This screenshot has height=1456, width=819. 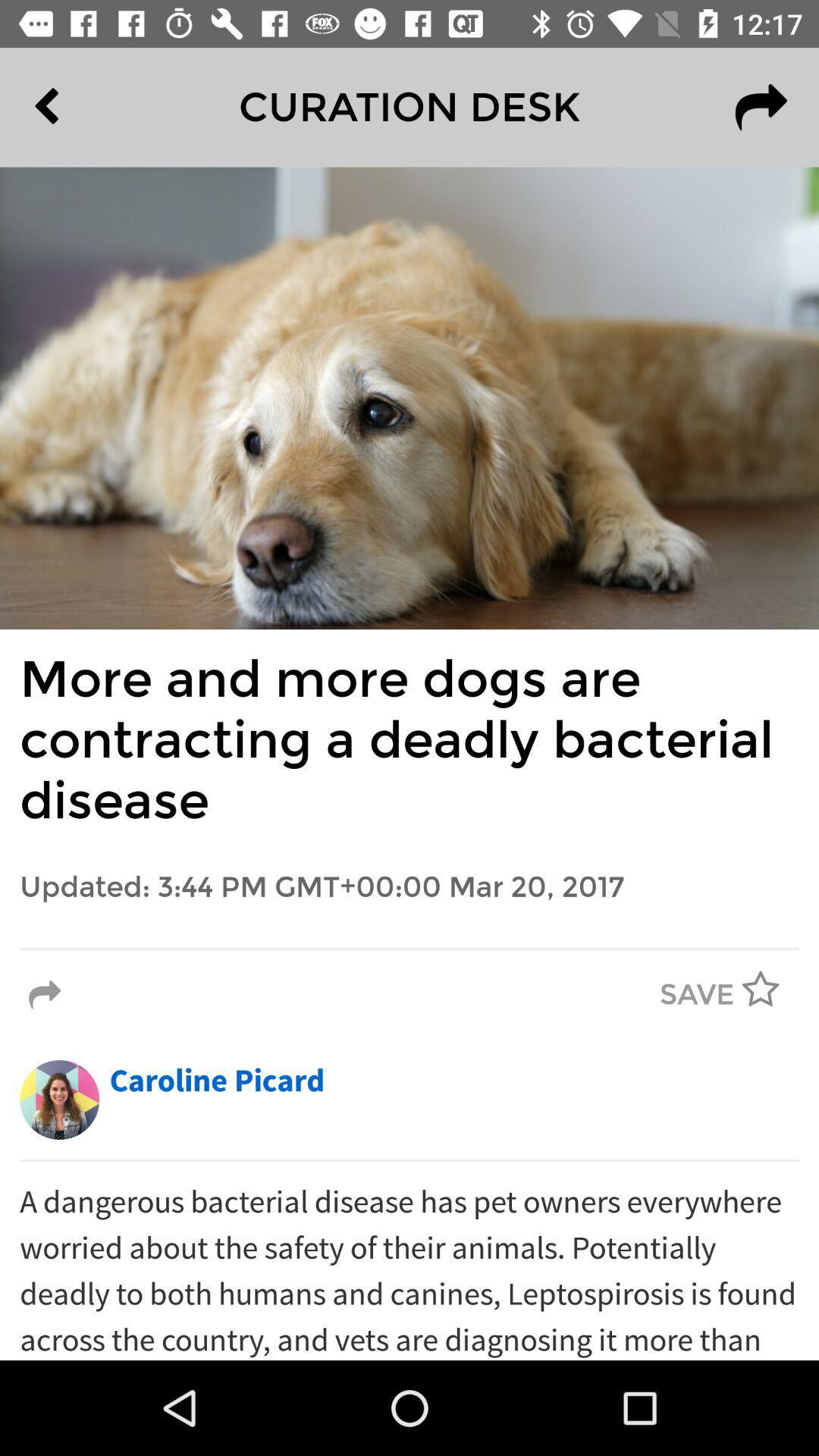 I want to click on more and more icon, so click(x=409, y=740).